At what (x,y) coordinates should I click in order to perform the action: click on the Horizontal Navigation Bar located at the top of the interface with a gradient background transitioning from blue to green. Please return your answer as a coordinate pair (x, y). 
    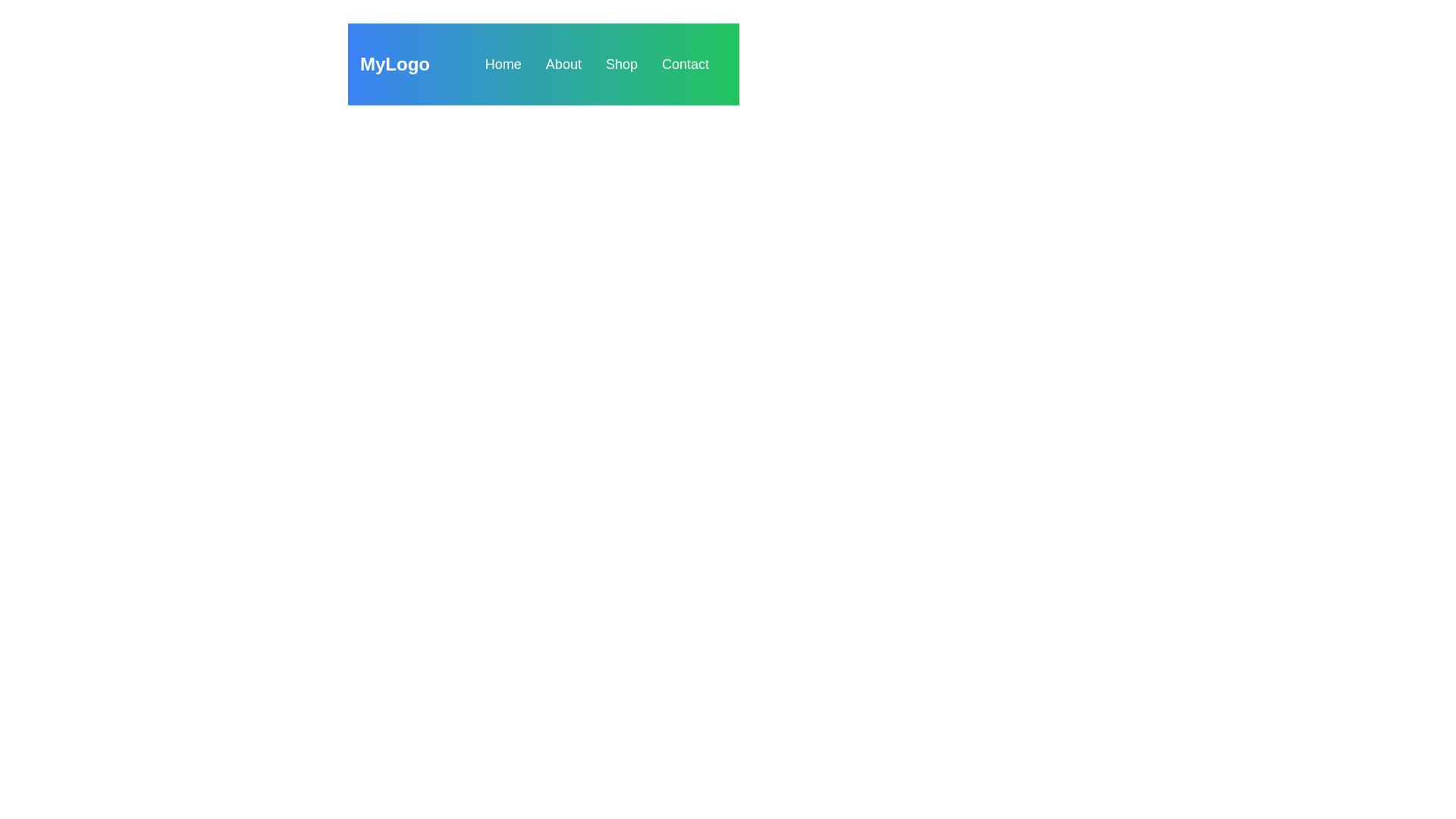
    Looking at the image, I should click on (543, 63).